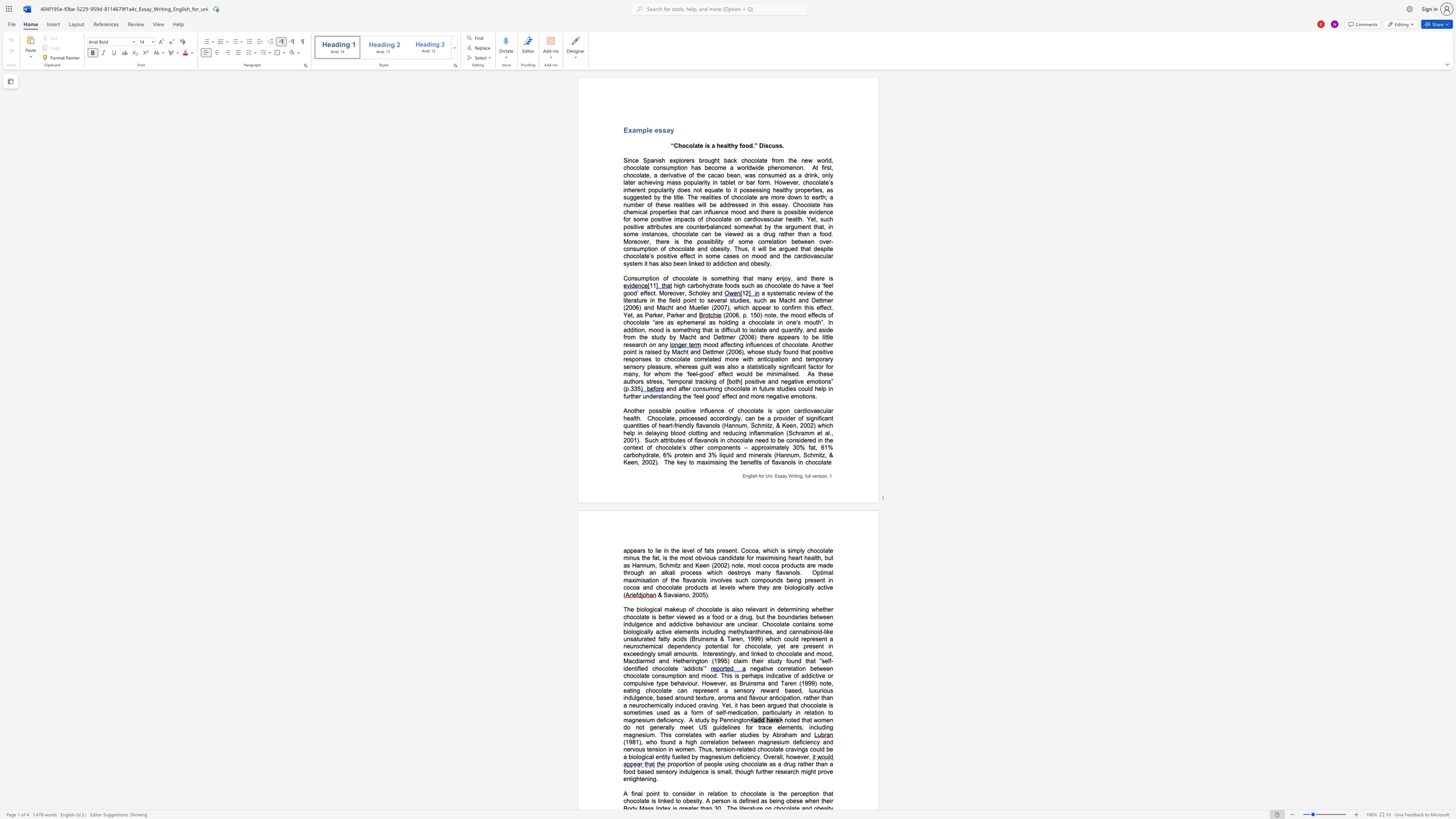 The image size is (1456, 819). Describe the element at coordinates (795, 359) in the screenshot. I see `the subset text "nd temporary sensor" within the text "mood affecting influences of chocolate. Another point is raised by Macht and Dettmer (2006), whose study found that positive responses to chocolate correlated more with anticipation and temporary sensory pleasure,"` at that location.